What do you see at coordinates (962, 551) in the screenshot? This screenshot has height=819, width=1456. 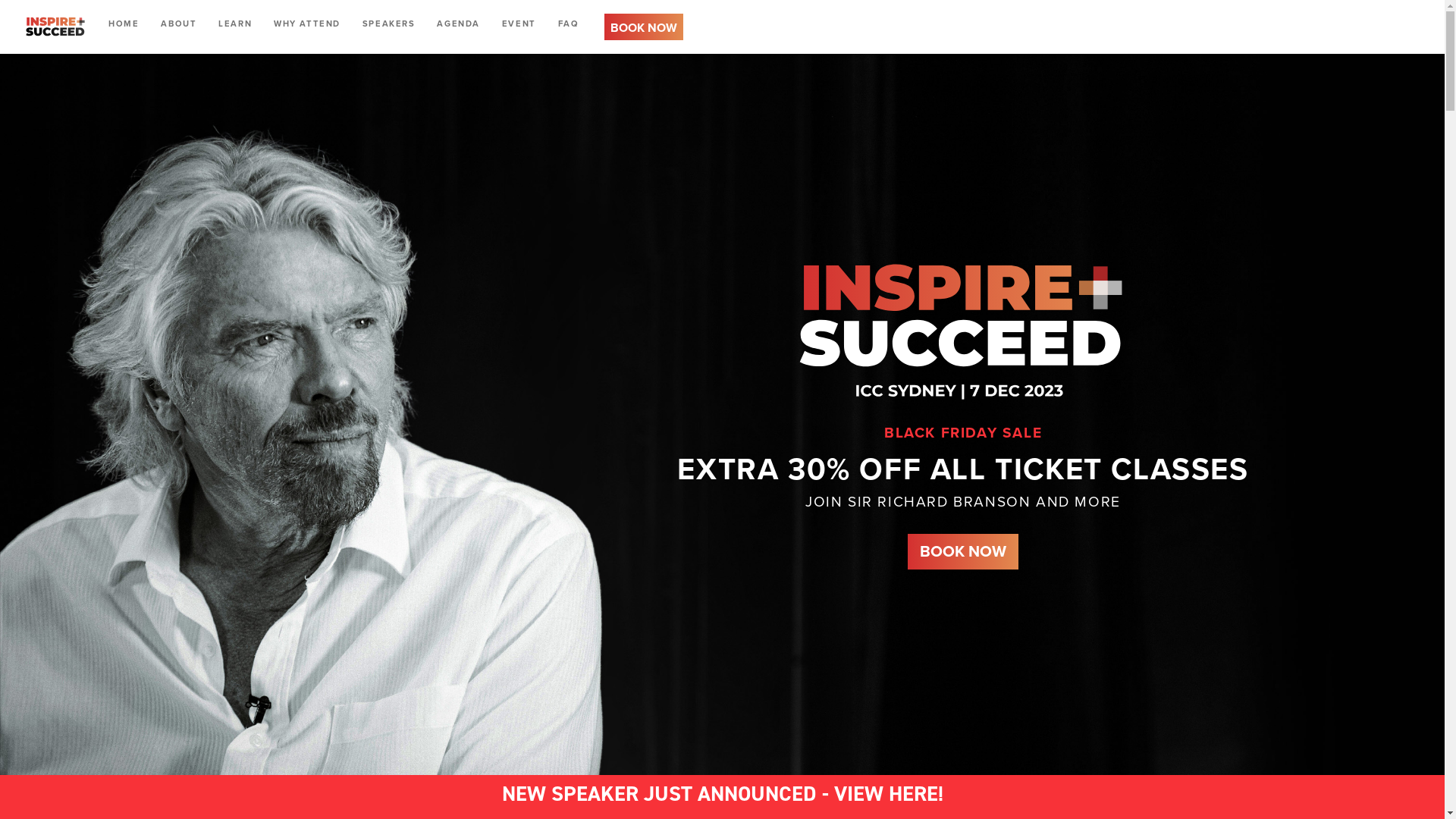 I see `'BOOK NOW'` at bounding box center [962, 551].